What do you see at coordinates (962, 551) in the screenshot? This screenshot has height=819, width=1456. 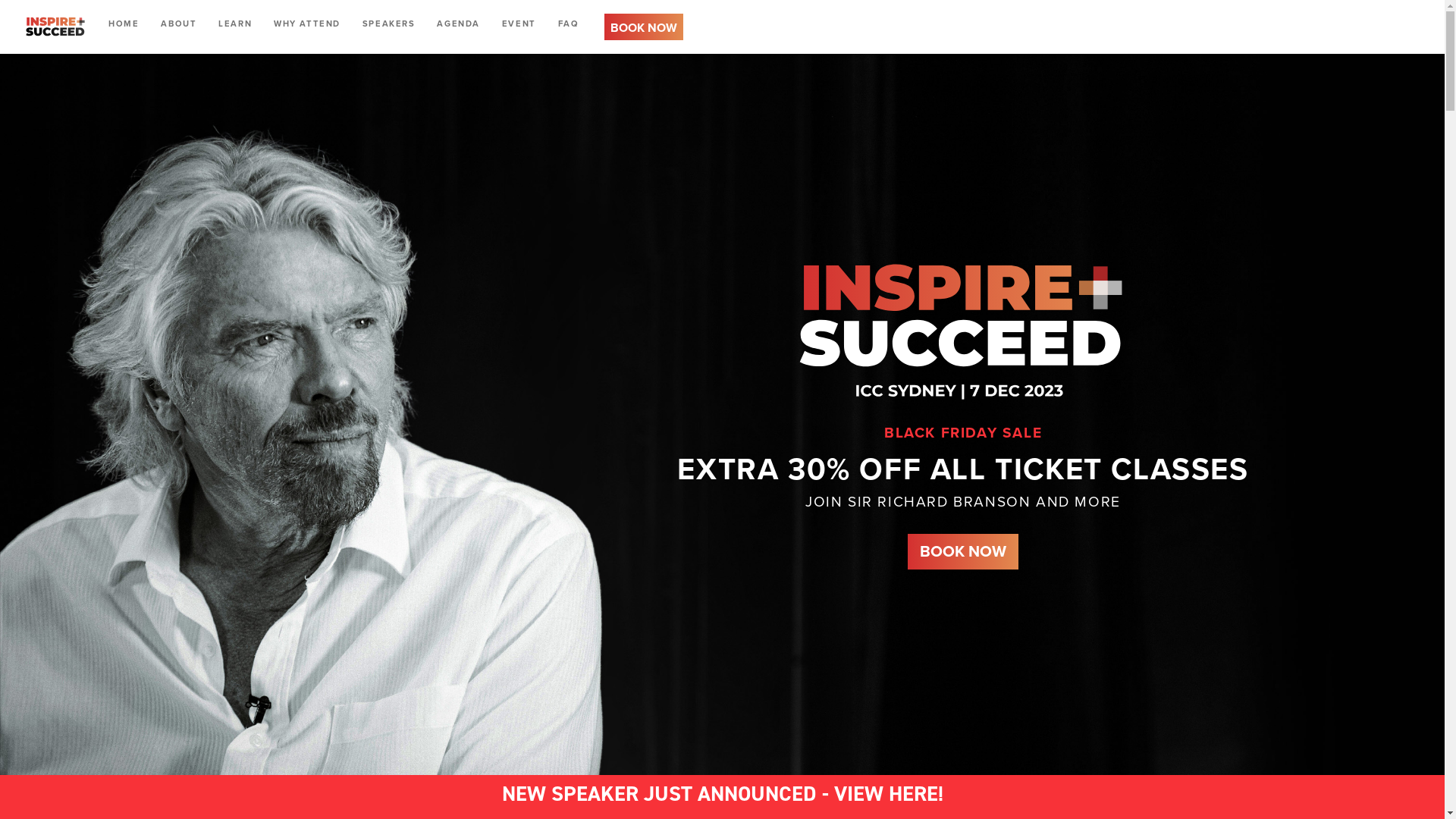 I see `'BOOK NOW'` at bounding box center [962, 551].